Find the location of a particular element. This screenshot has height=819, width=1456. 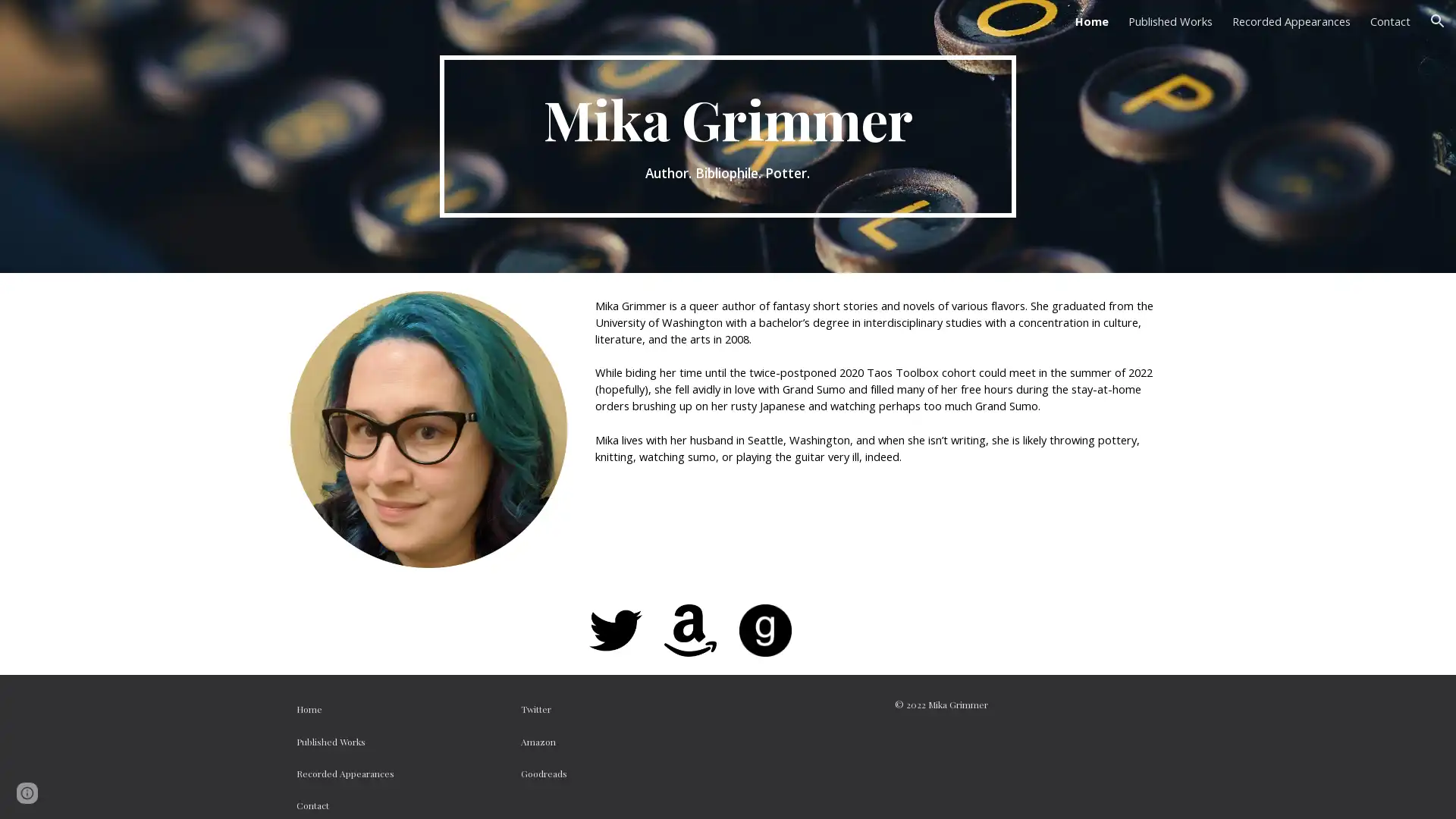

Report abuse is located at coordinates (139, 792).